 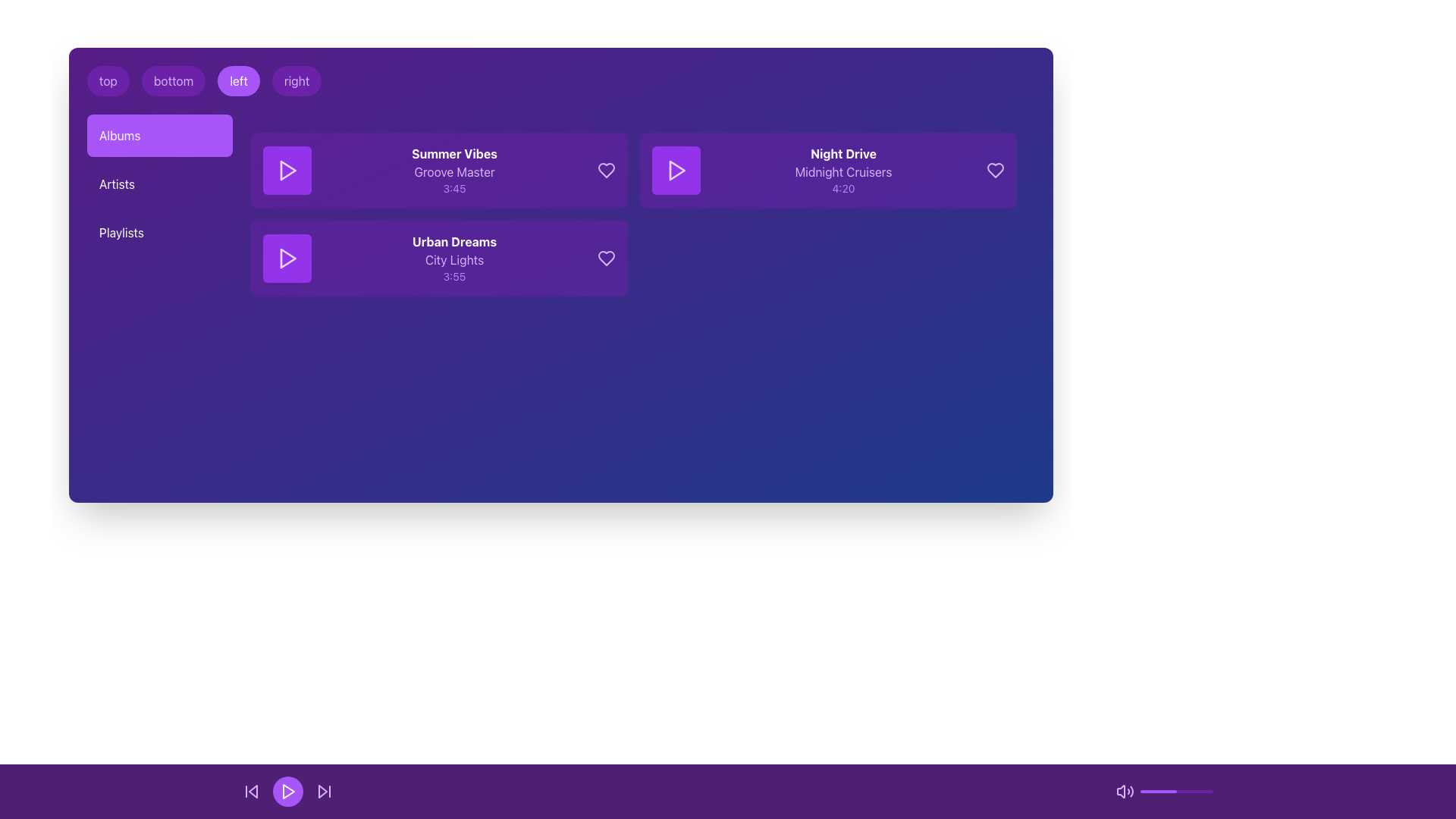 I want to click on the favorite button icon in the 'Urban Dreams' album section, so click(x=607, y=257).